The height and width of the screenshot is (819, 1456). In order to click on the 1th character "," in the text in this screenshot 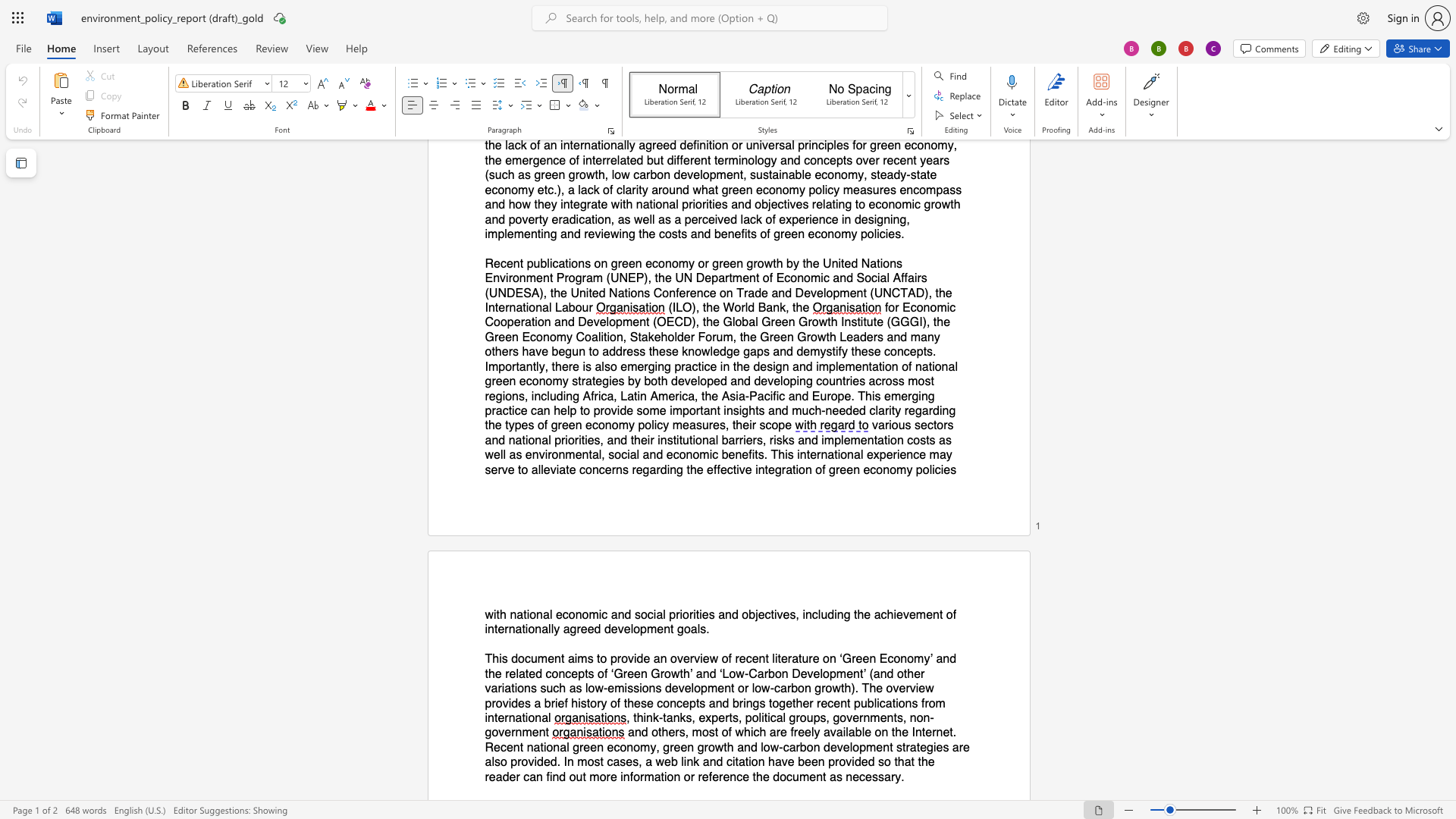, I will do `click(628, 717)`.